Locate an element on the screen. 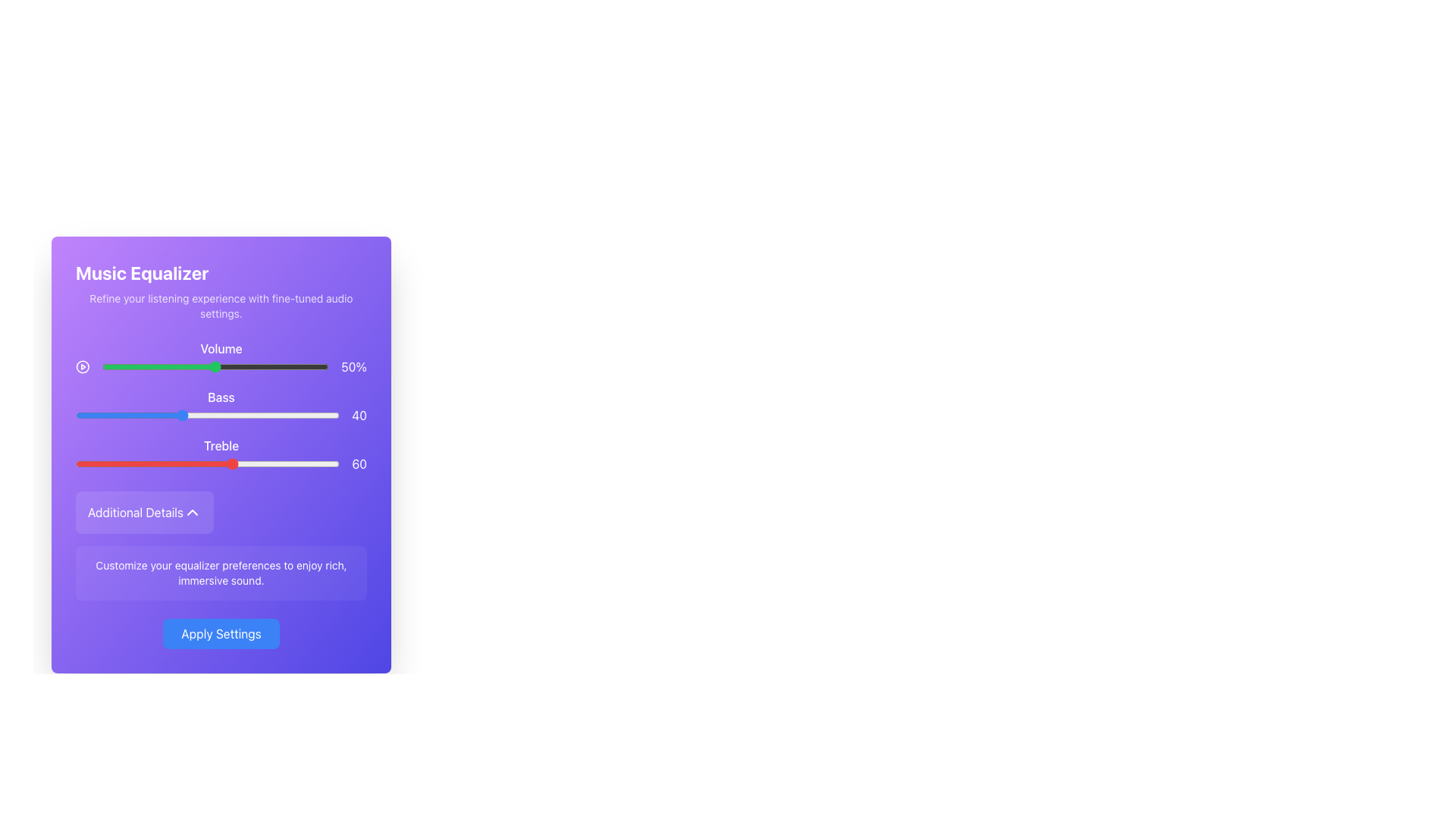 This screenshot has width=1456, height=819. the circular SVG element that serves as the outer ring of the media play button located in the upper-left region of the interface is located at coordinates (82, 366).